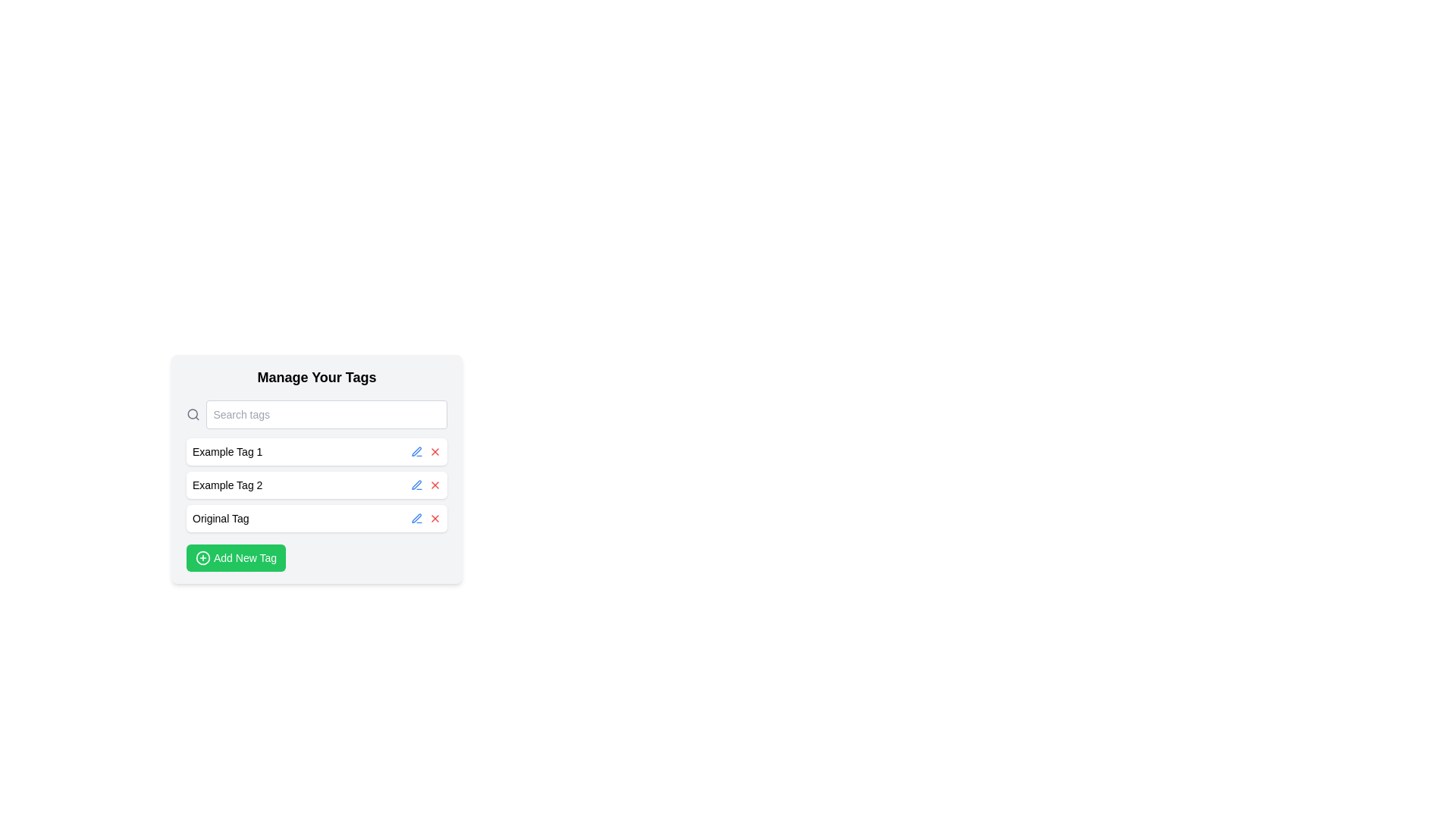  I want to click on the delete icon button located in the third section of the item row corresponding to the first tag, so click(435, 451).